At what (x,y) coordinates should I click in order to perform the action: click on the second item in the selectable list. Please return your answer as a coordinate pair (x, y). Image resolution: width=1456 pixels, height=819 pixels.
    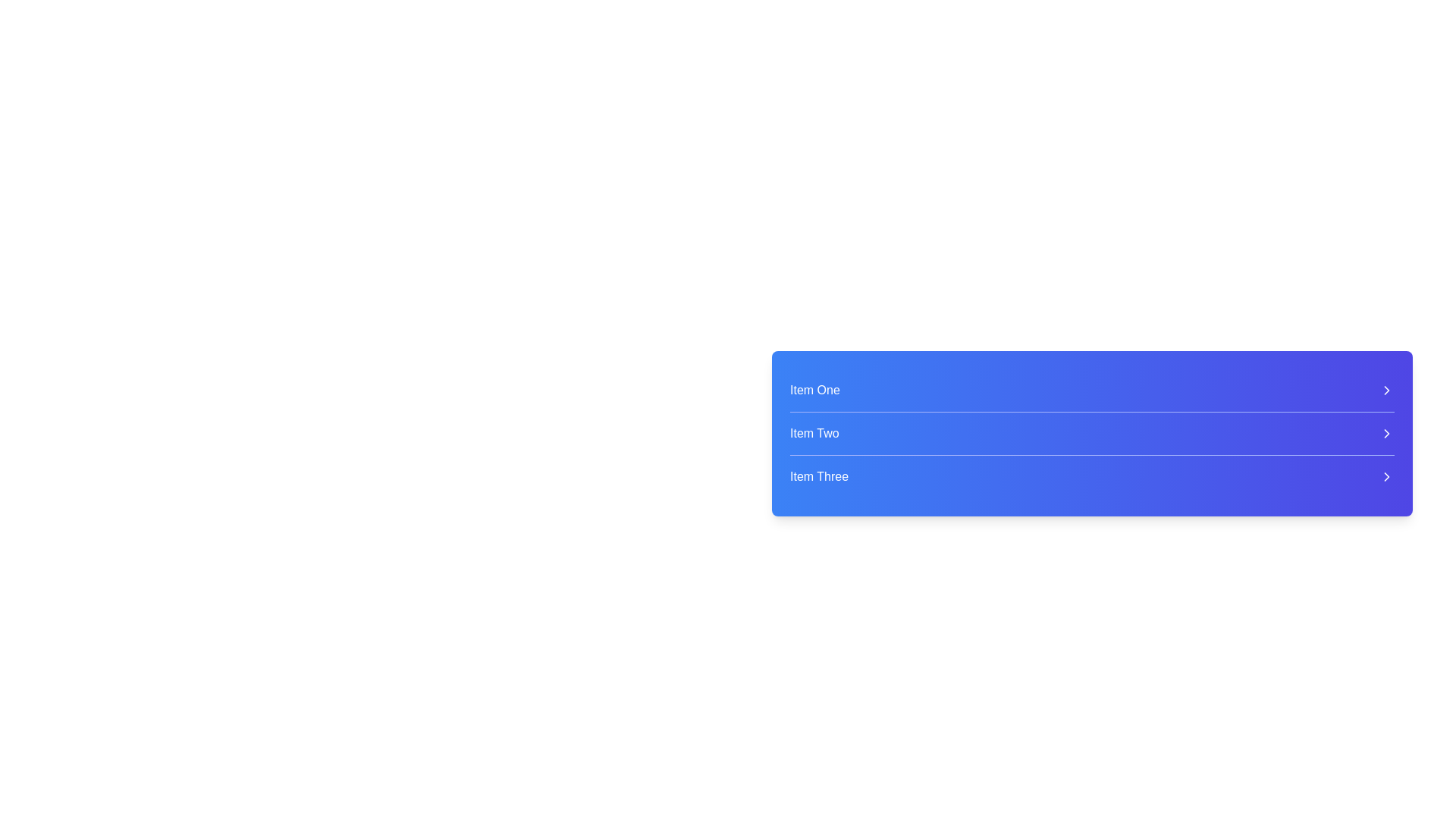
    Looking at the image, I should click on (1092, 433).